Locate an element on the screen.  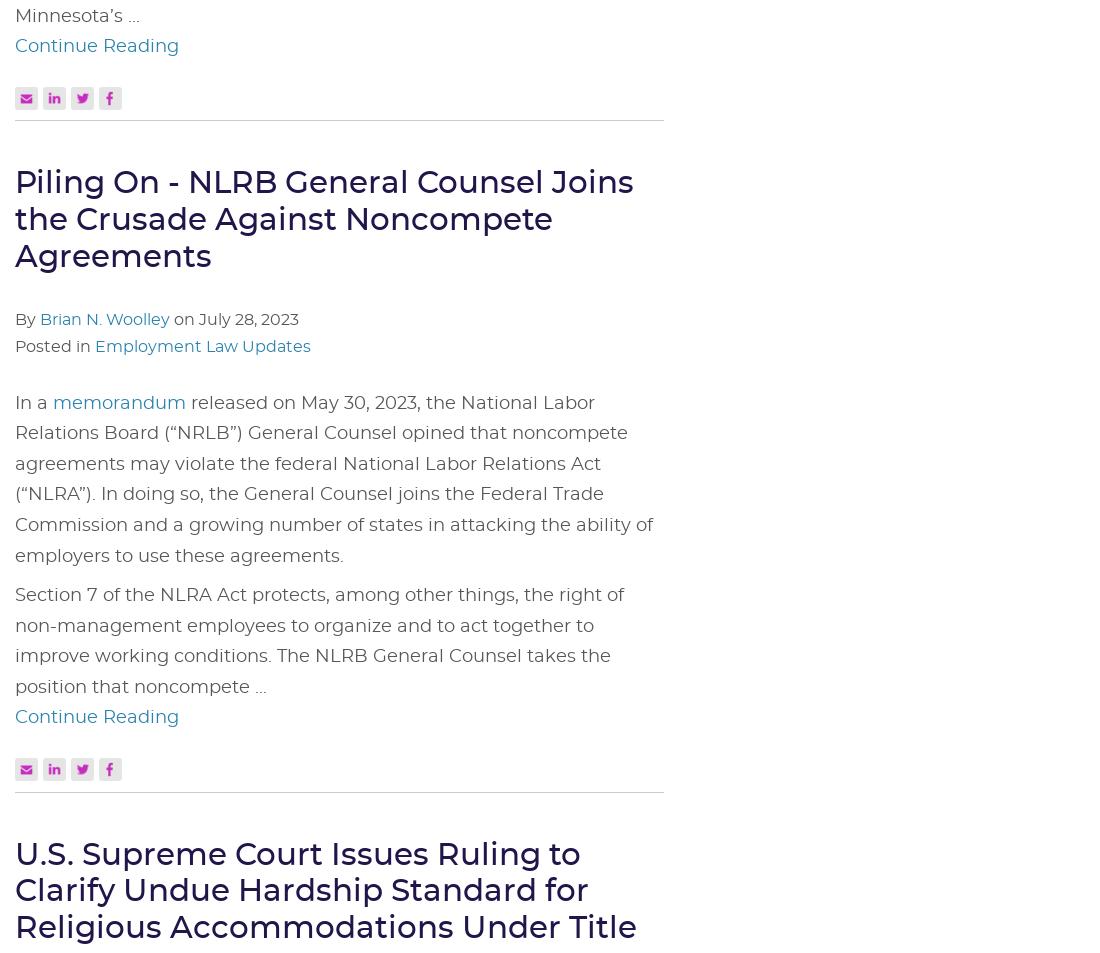
'Piling On - NLRB General Counsel Joins the Crusade Against Noncompete Agreements' is located at coordinates (323, 219).